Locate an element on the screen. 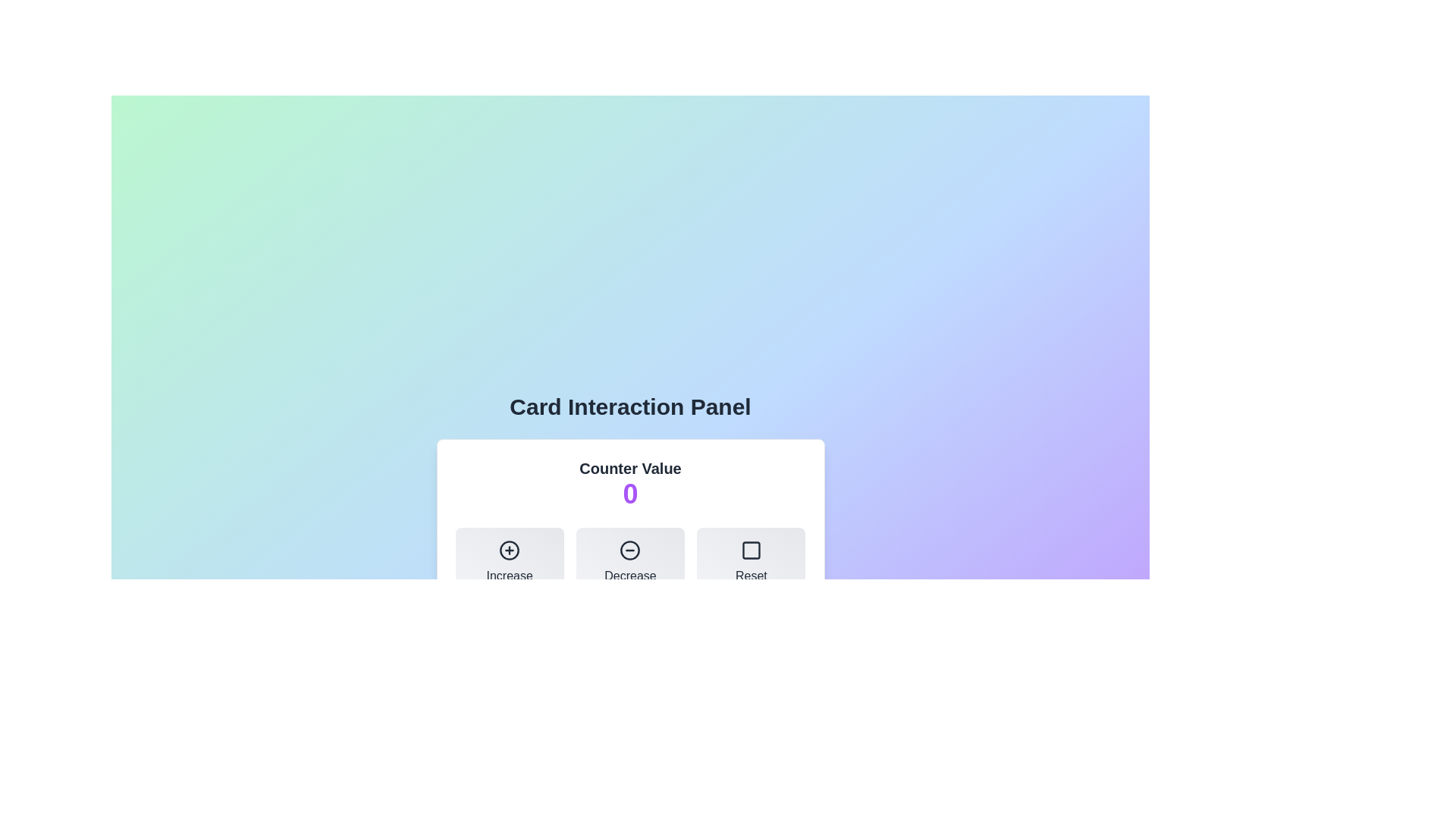  the bold, large-sized numeral '0' styled in purple, which is centrally located within a card-style interface beneath the 'Counter Value' text is located at coordinates (630, 494).